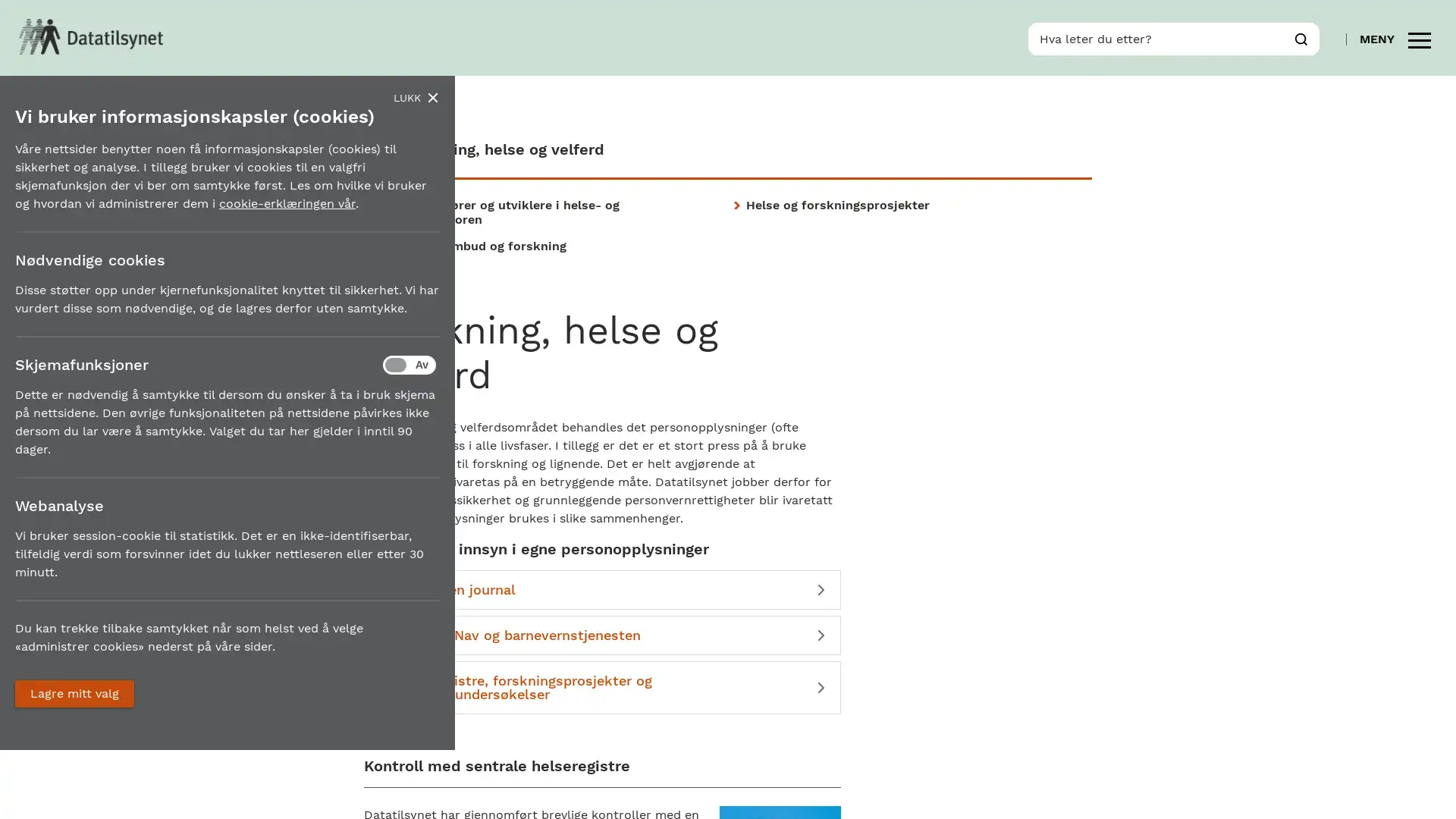  What do you see at coordinates (416, 97) in the screenshot?
I see `LUKK` at bounding box center [416, 97].